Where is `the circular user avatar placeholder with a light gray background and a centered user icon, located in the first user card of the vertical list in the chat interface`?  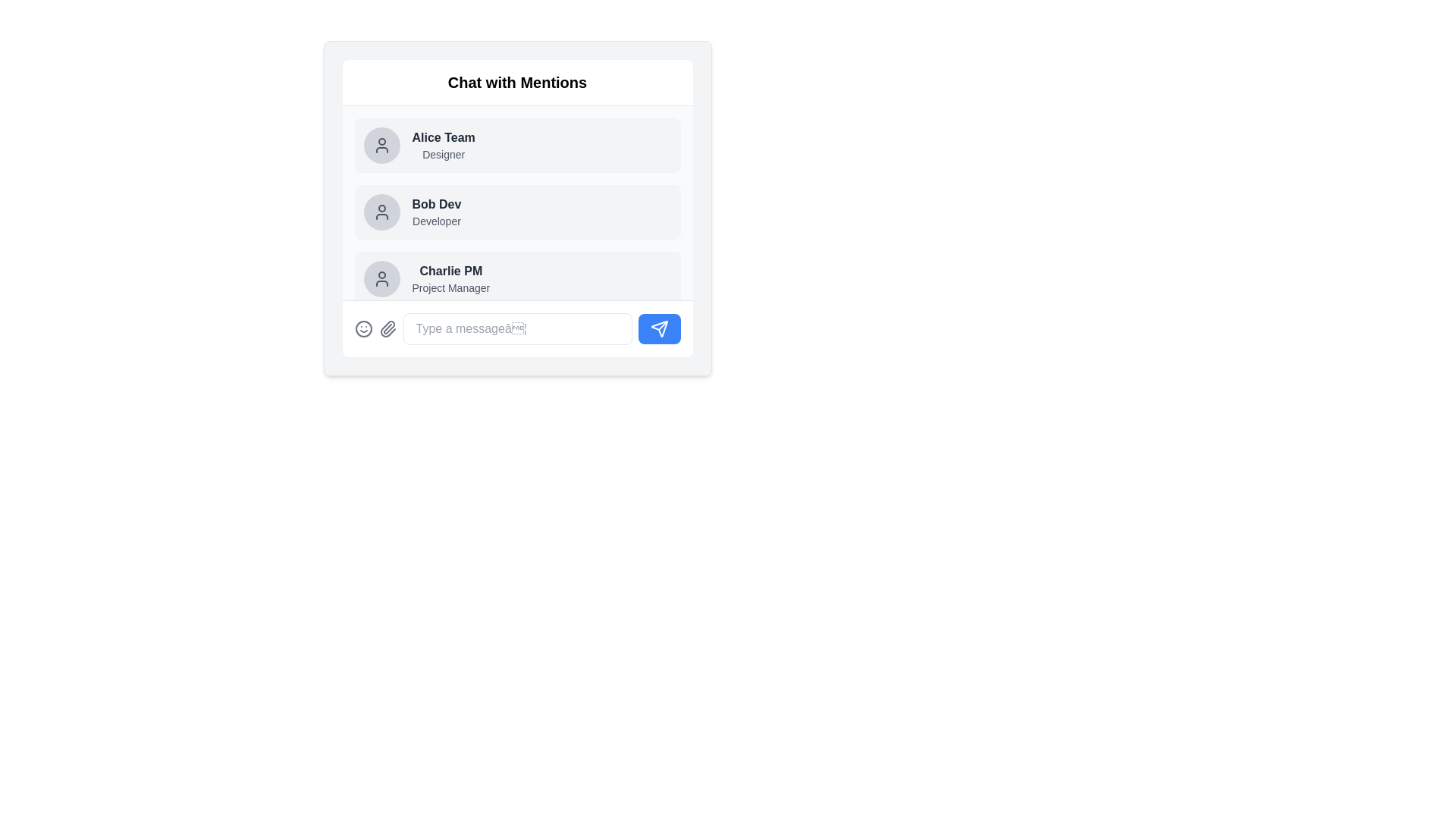
the circular user avatar placeholder with a light gray background and a centered user icon, located in the first user card of the vertical list in the chat interface is located at coordinates (381, 146).